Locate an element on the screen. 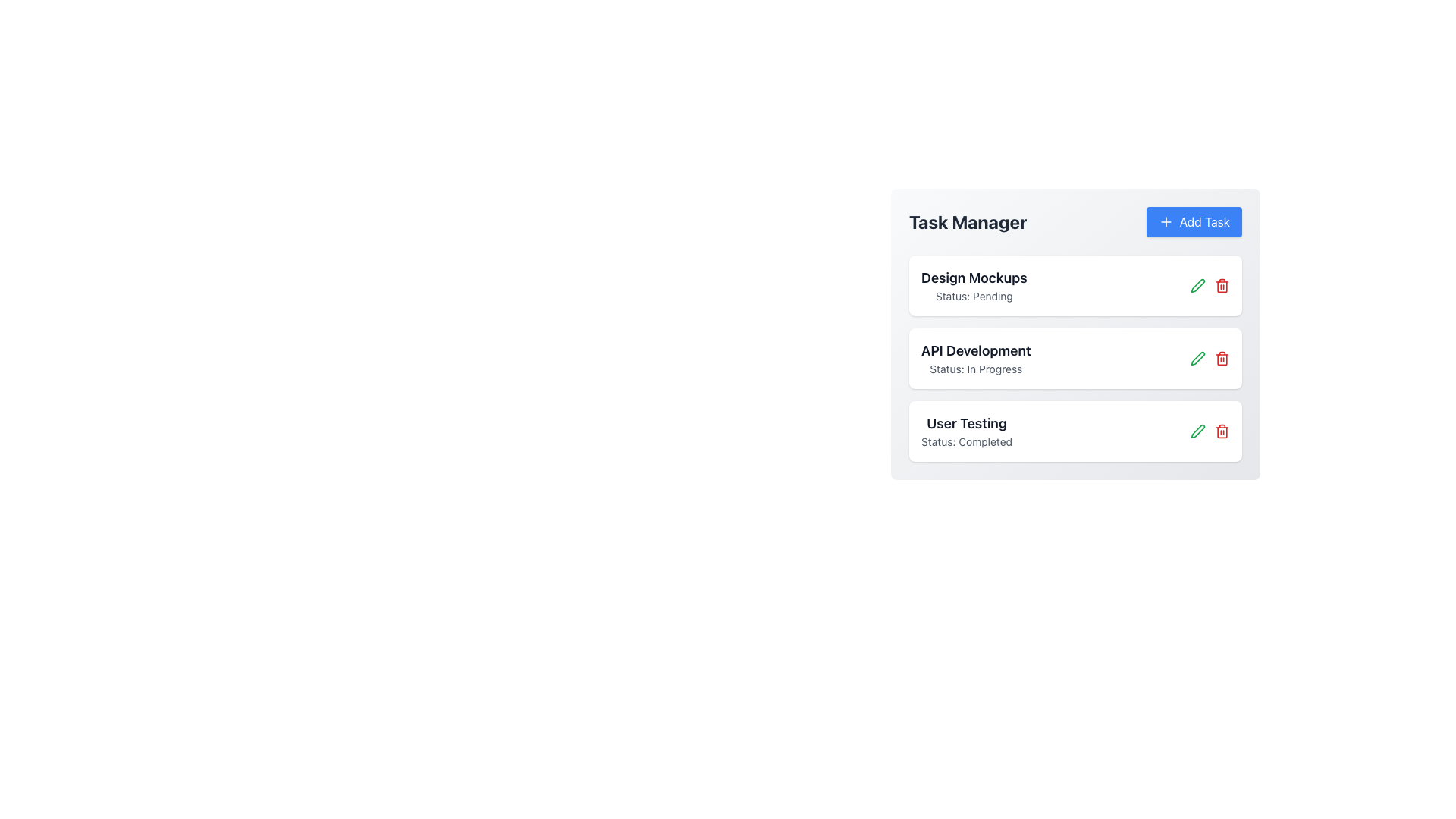 The height and width of the screenshot is (819, 1456). the edit icon button located in the second task row labeled 'API Development' to initiate editing of the task is located at coordinates (1197, 357).